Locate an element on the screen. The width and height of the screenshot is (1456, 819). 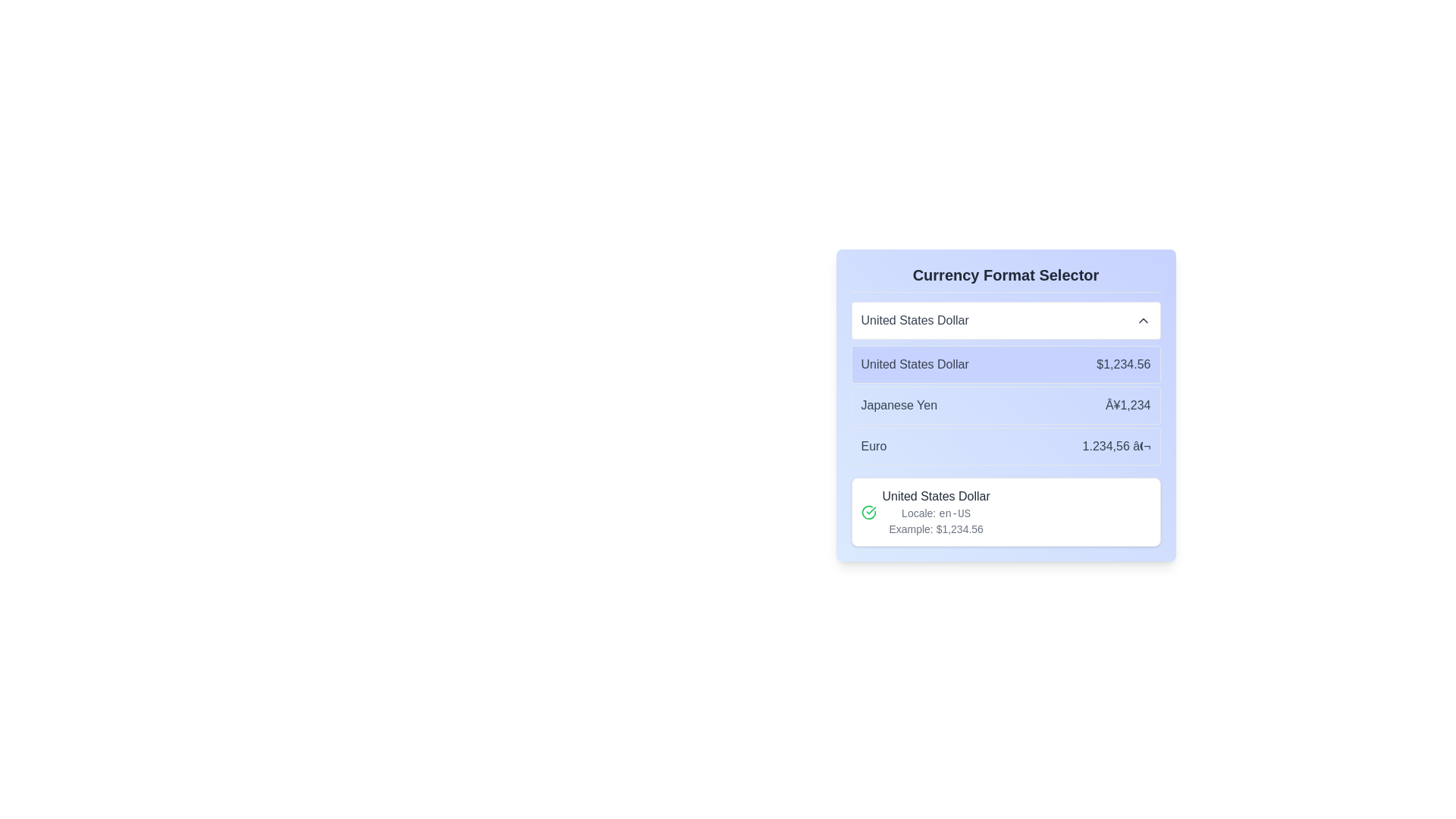
the static text label displaying 'en-US' which indicates the locale settings for currency format, located to the right of the 'Locale:' label is located at coordinates (954, 513).